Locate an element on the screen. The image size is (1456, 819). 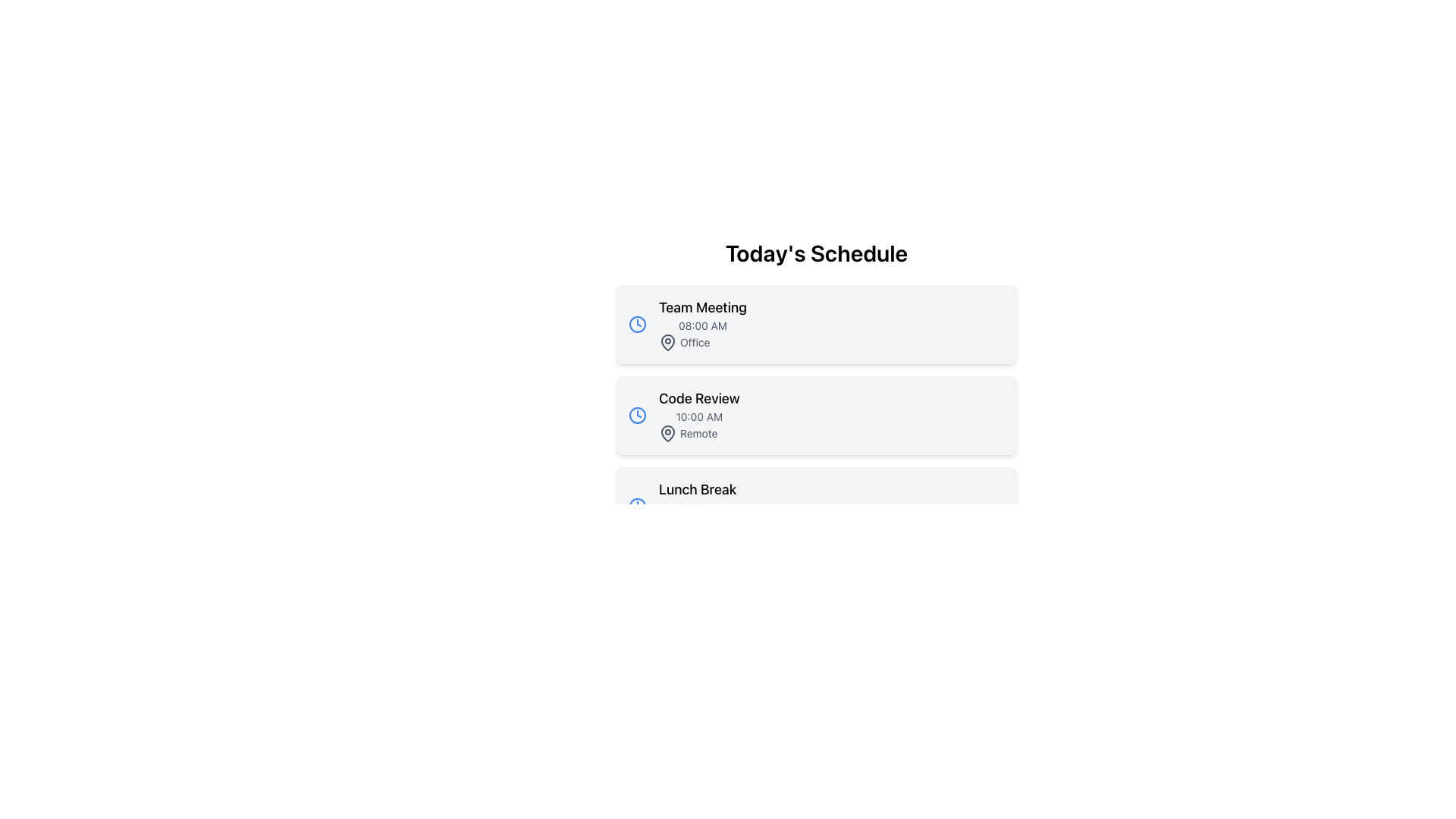
the second event card in the scheduled events section is located at coordinates (815, 415).